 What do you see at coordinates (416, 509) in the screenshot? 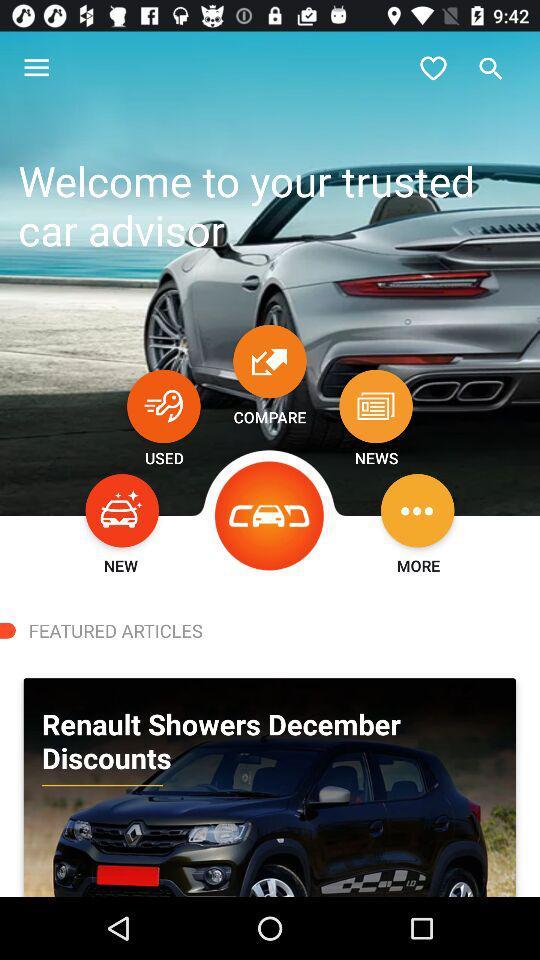
I see `the more icon` at bounding box center [416, 509].